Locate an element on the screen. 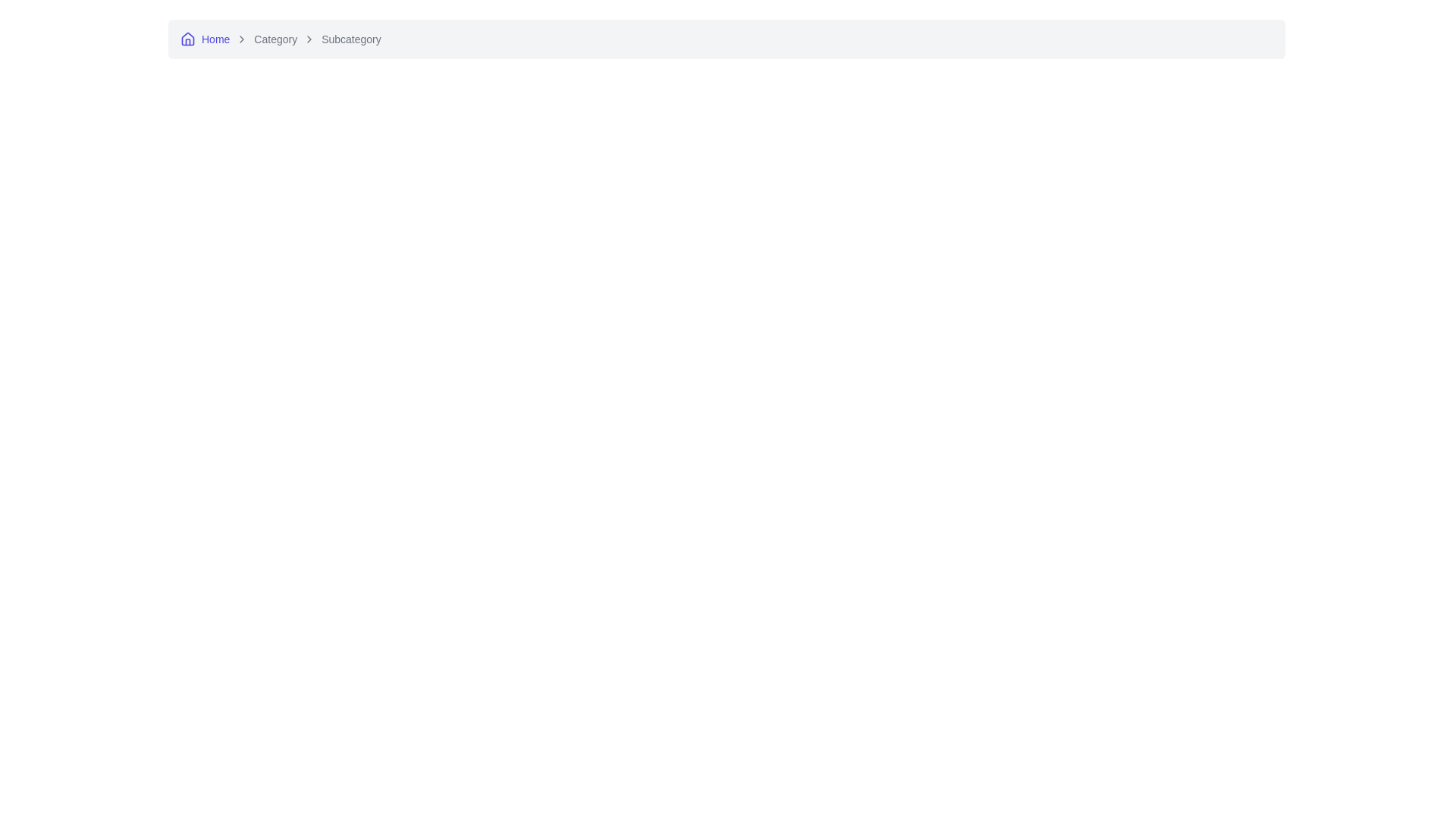 The height and width of the screenshot is (819, 1456). the right-facing chevron icon in the breadcrumb navigation bar, which is a thin outline with a gray stroke, positioned between the 'Home' icon and the 'Category' label is located at coordinates (241, 38).